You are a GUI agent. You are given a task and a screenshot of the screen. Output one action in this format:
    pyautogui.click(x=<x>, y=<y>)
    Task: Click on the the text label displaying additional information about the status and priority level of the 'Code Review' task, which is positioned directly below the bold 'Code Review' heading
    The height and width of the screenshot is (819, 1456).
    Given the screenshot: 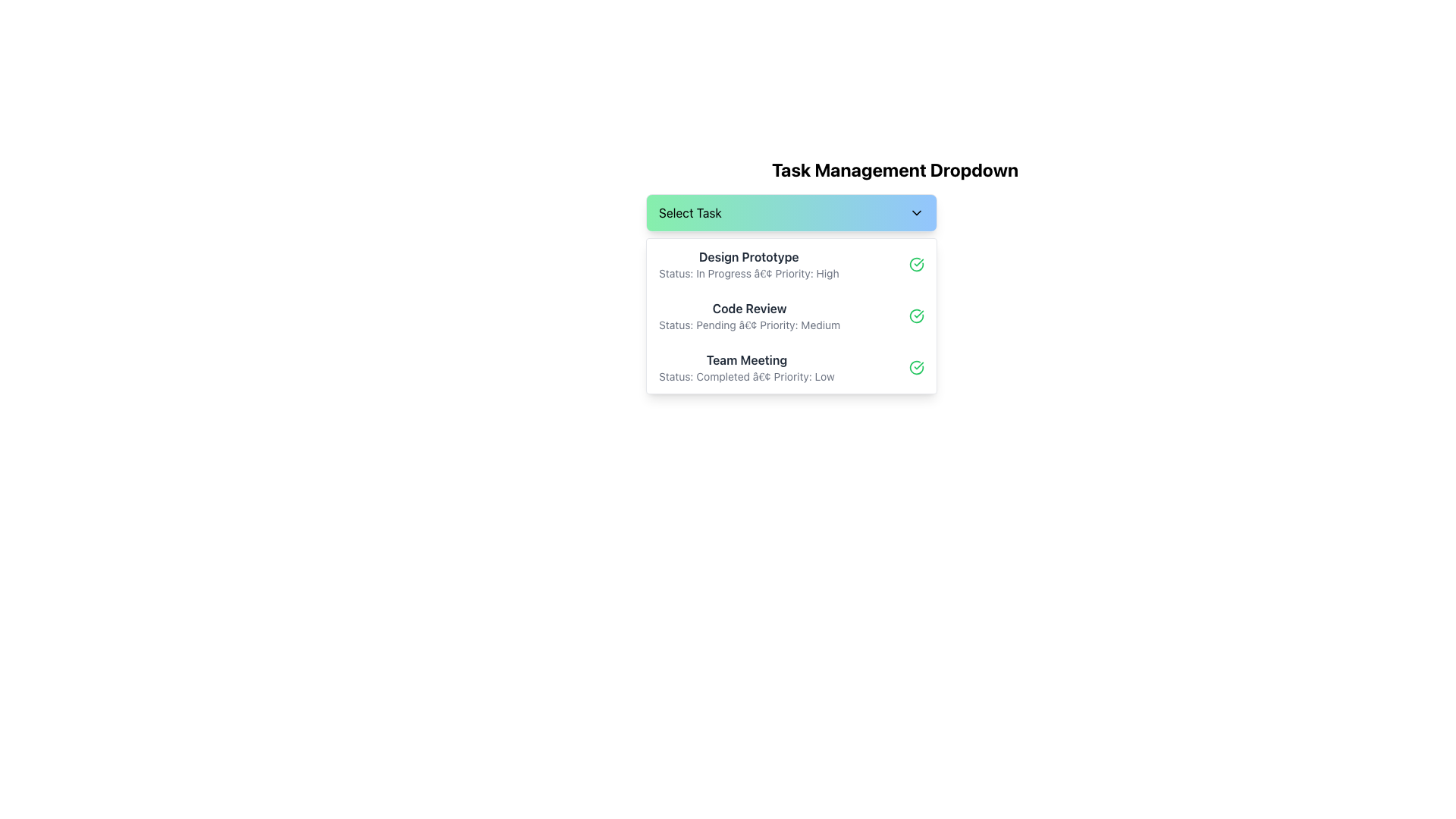 What is the action you would take?
    pyautogui.click(x=749, y=324)
    